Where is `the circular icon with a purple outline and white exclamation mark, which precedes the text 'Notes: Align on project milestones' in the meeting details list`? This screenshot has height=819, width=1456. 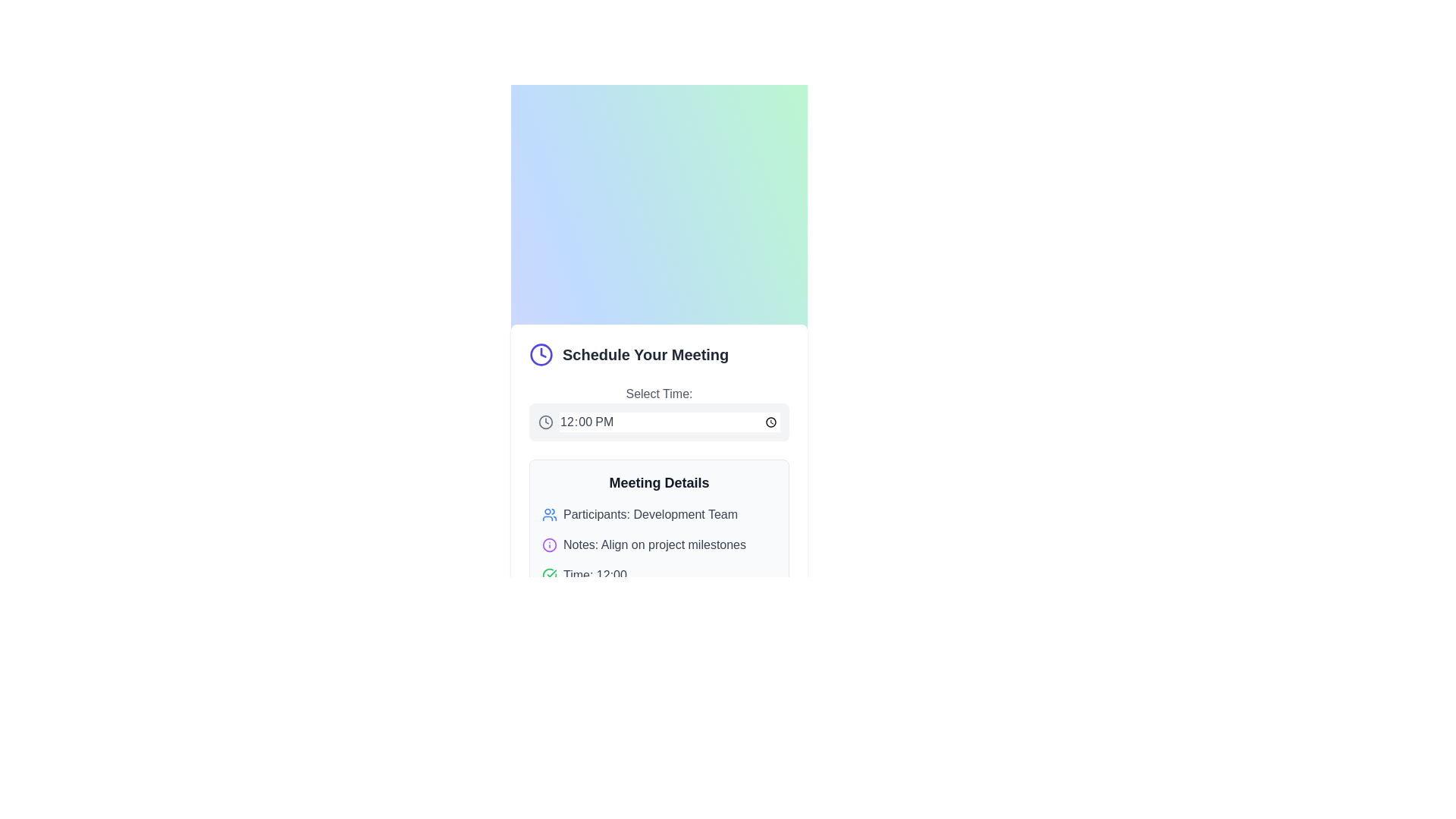 the circular icon with a purple outline and white exclamation mark, which precedes the text 'Notes: Align on project milestones' in the meeting details list is located at coordinates (548, 544).